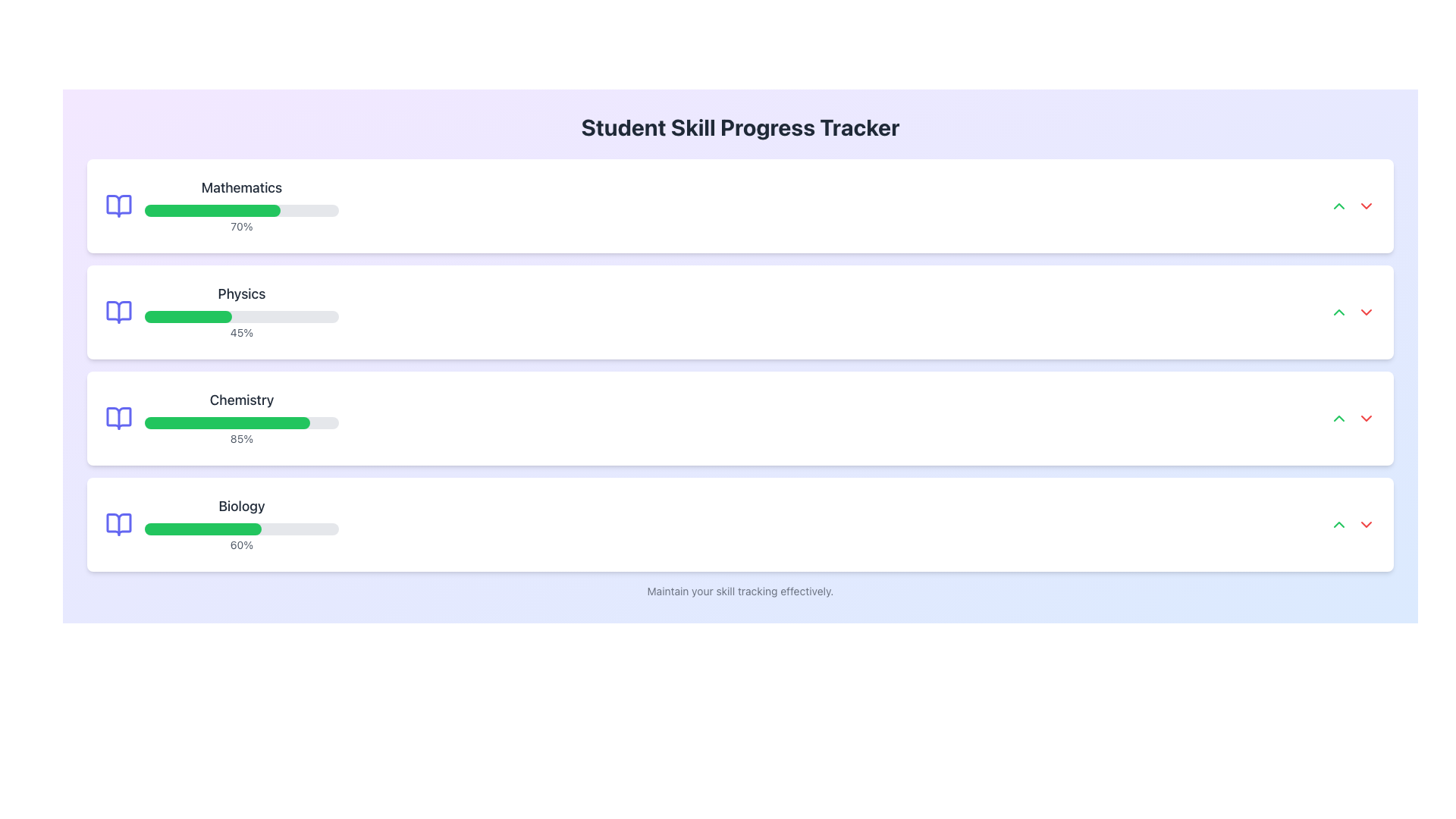  Describe the element at coordinates (240, 210) in the screenshot. I see `the Progress bar indicating 70% completion in the Mathematics card` at that location.